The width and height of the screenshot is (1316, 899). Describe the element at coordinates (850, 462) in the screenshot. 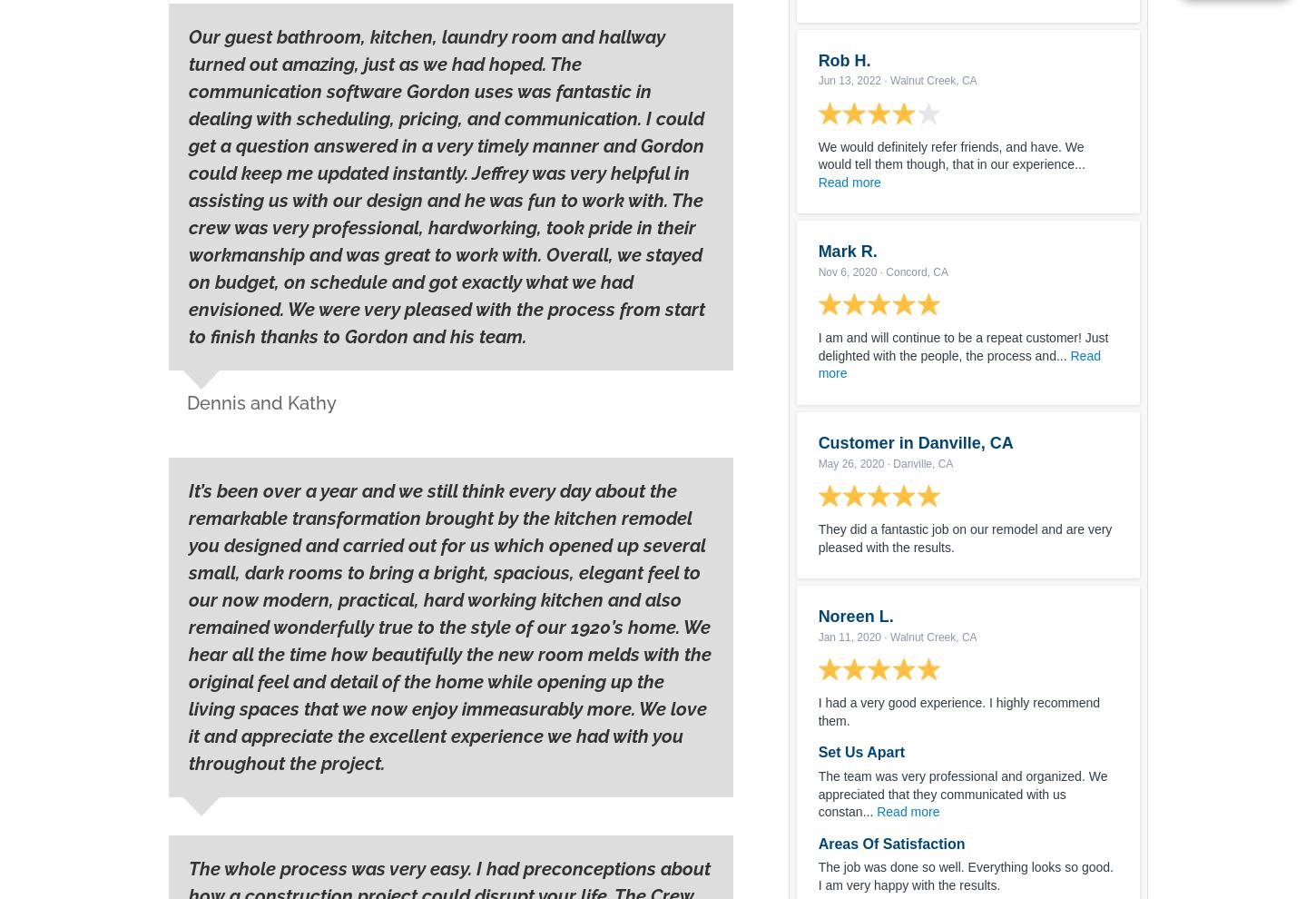

I see `'May 26, 2020'` at that location.